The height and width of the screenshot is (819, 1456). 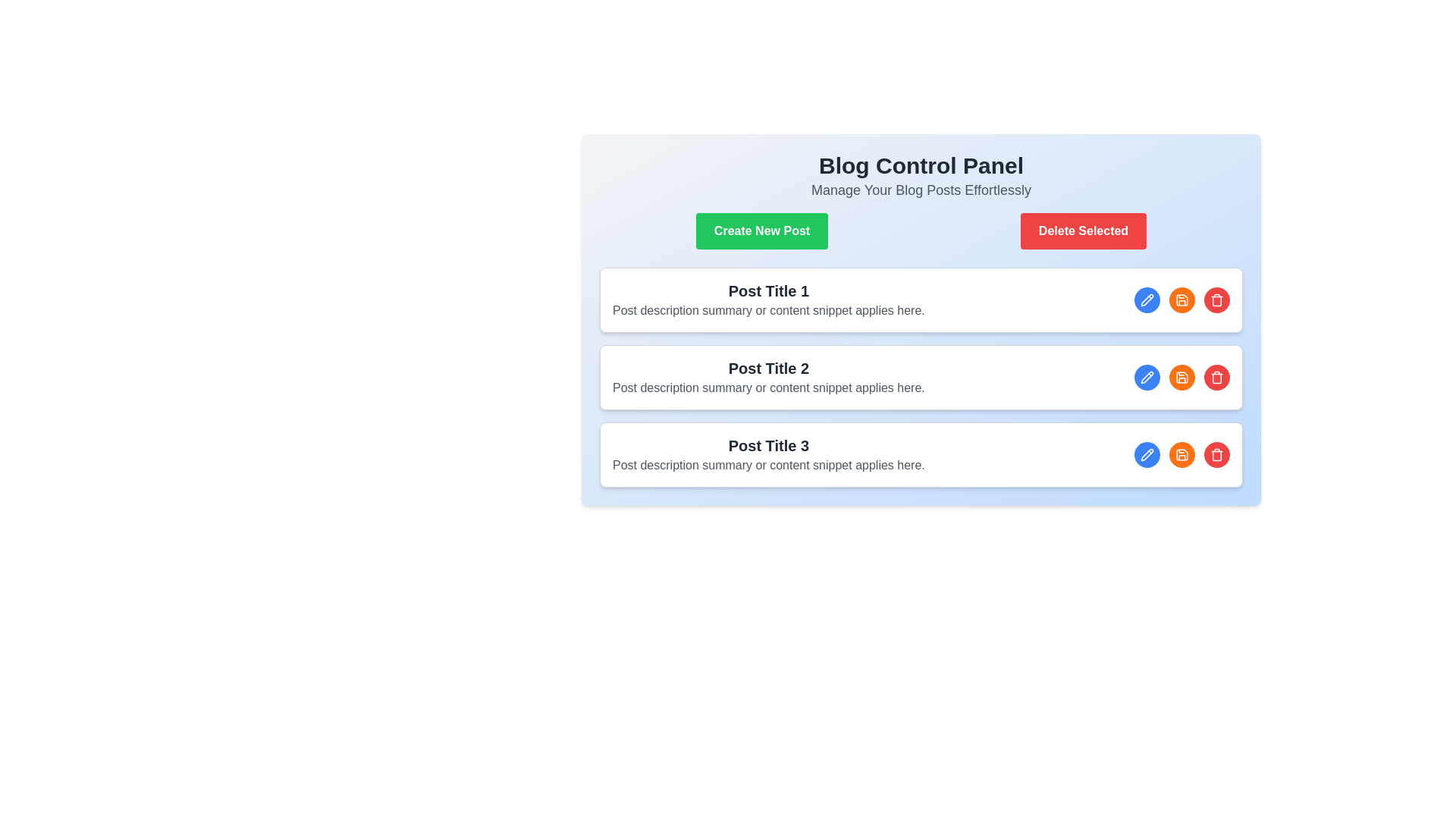 What do you see at coordinates (768, 369) in the screenshot?
I see `header text element identified as 'Post Title 2', which is a bolded title in dark gray color and large font size, positioned prominently above descriptive text` at bounding box center [768, 369].